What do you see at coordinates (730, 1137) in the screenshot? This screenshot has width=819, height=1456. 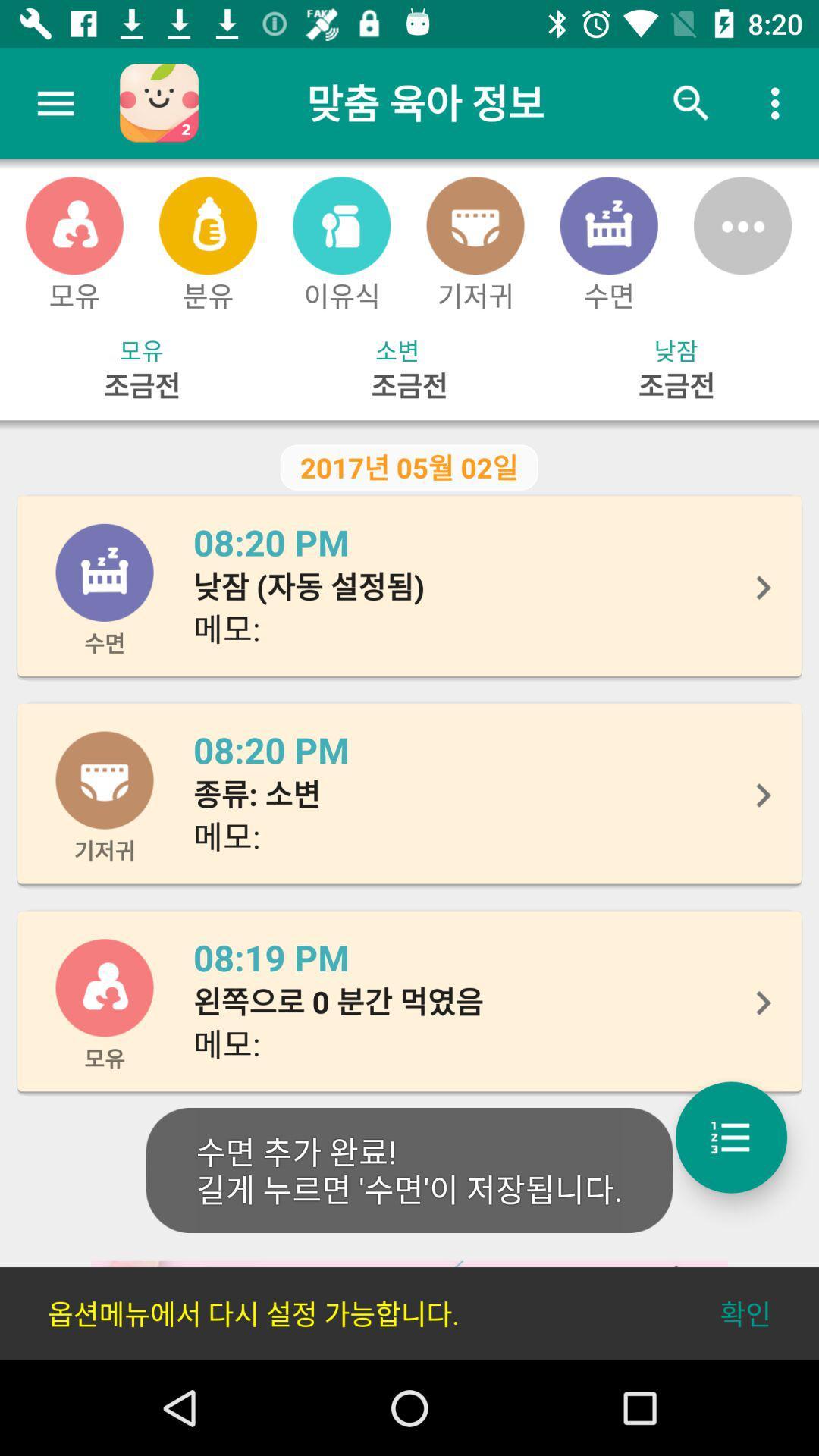 I see `the list icon` at bounding box center [730, 1137].